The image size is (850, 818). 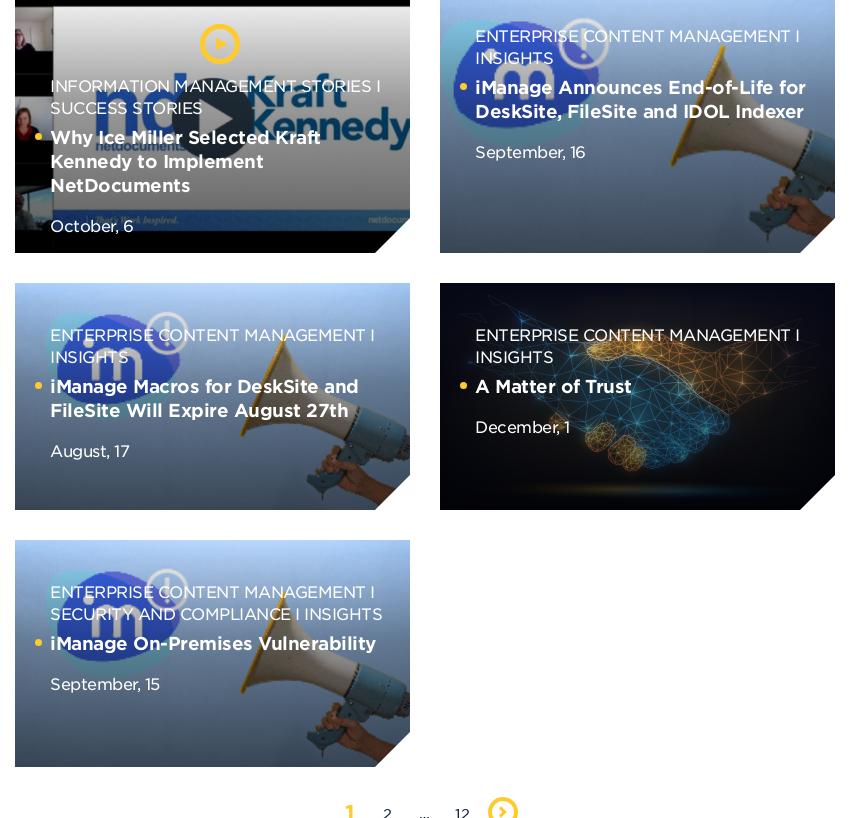 What do you see at coordinates (520, 425) in the screenshot?
I see `'December, 1'` at bounding box center [520, 425].